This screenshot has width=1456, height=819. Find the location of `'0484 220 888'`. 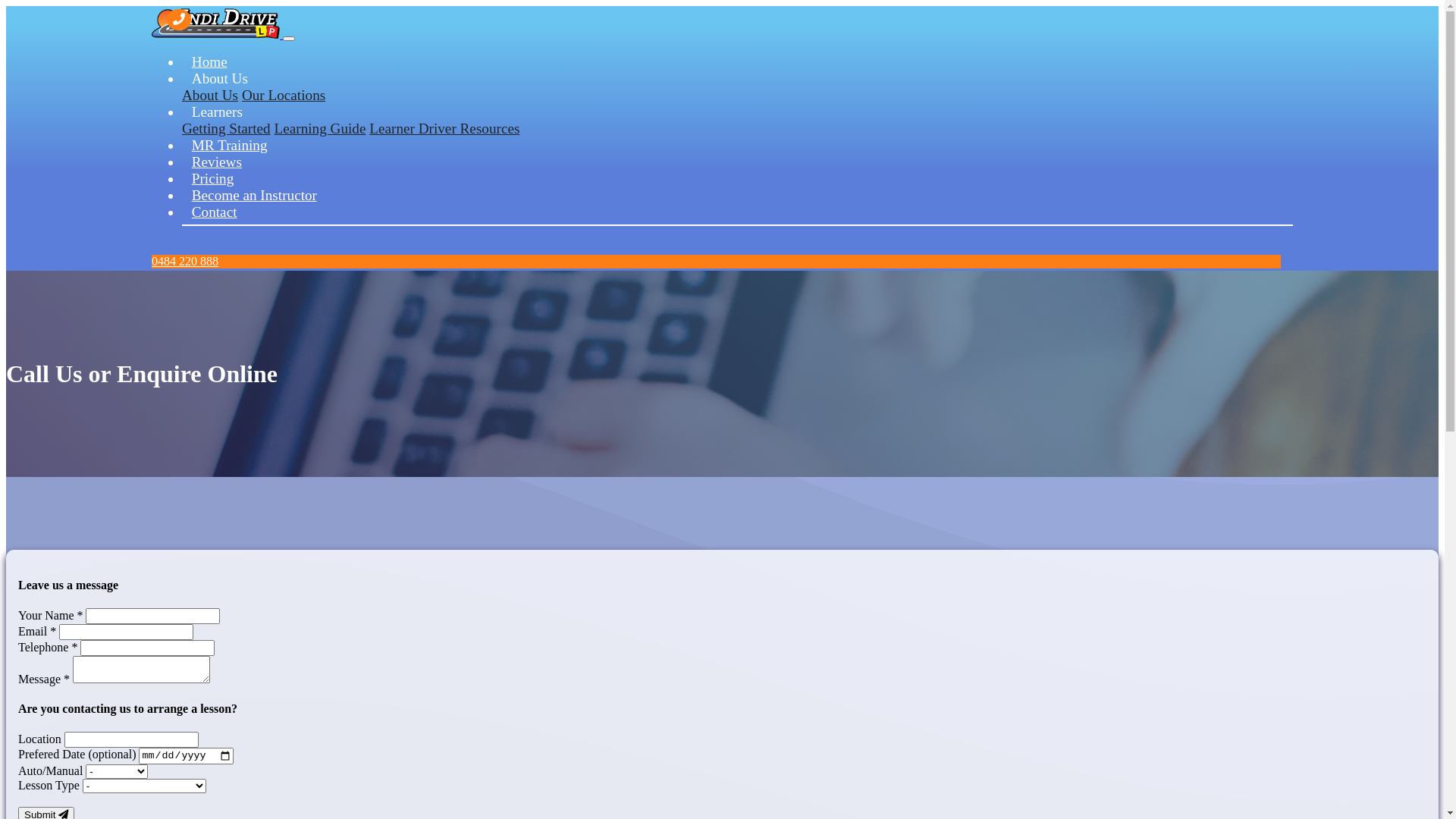

'0484 220 888' is located at coordinates (184, 260).